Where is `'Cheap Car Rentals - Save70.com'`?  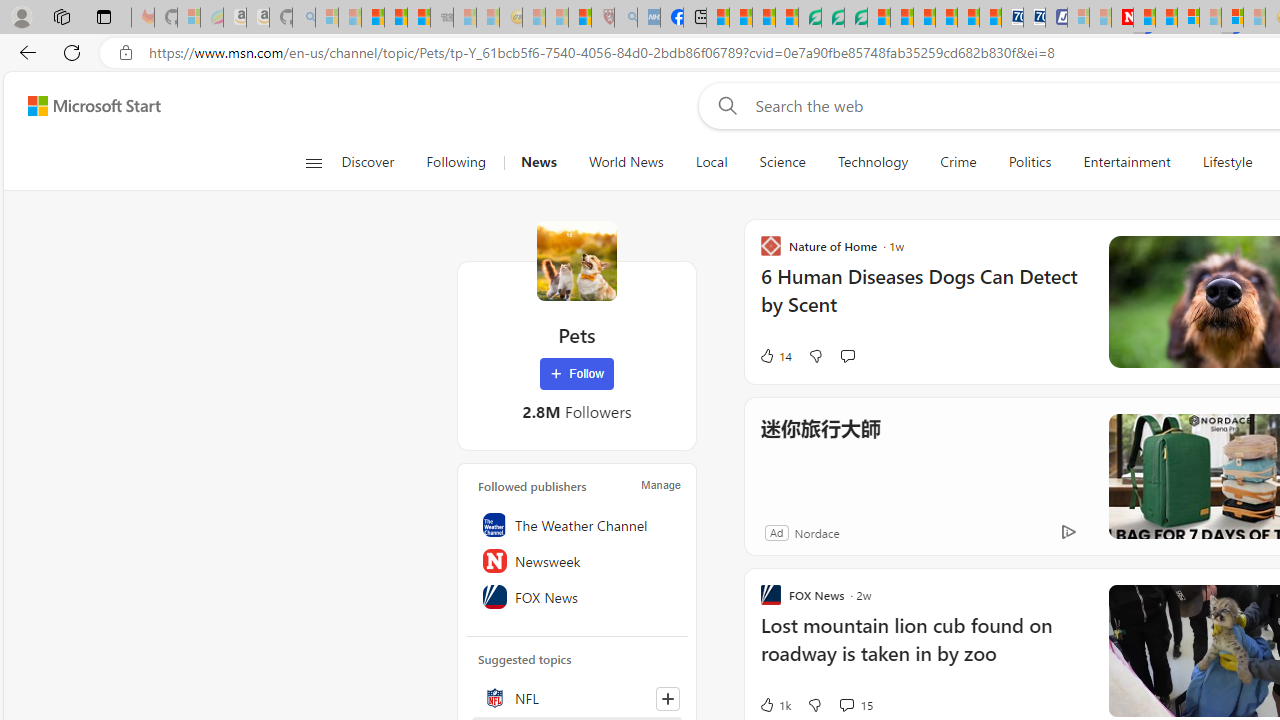
'Cheap Car Rentals - Save70.com' is located at coordinates (1012, 17).